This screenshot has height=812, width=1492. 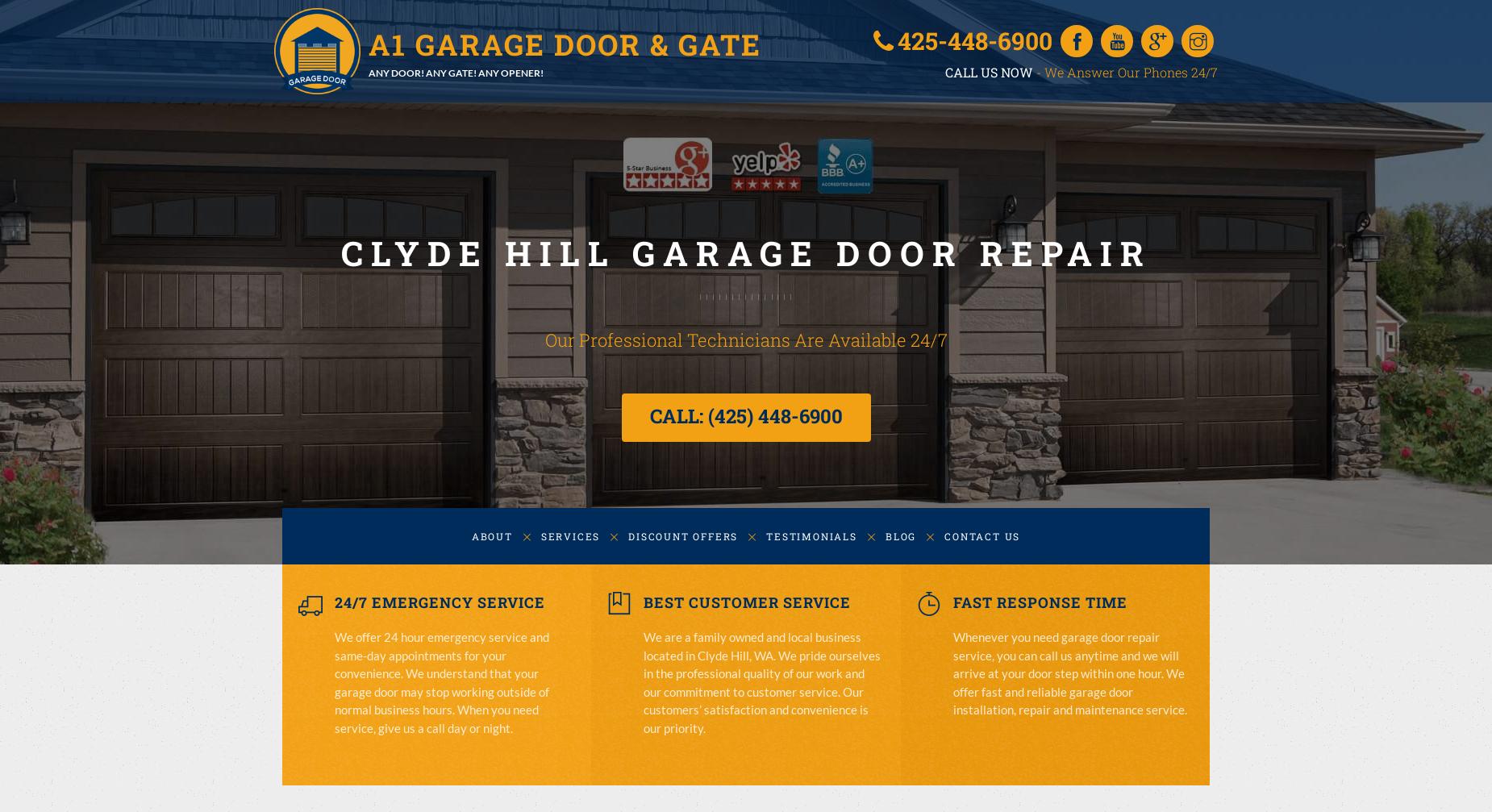 What do you see at coordinates (899, 535) in the screenshot?
I see `'BLOG'` at bounding box center [899, 535].